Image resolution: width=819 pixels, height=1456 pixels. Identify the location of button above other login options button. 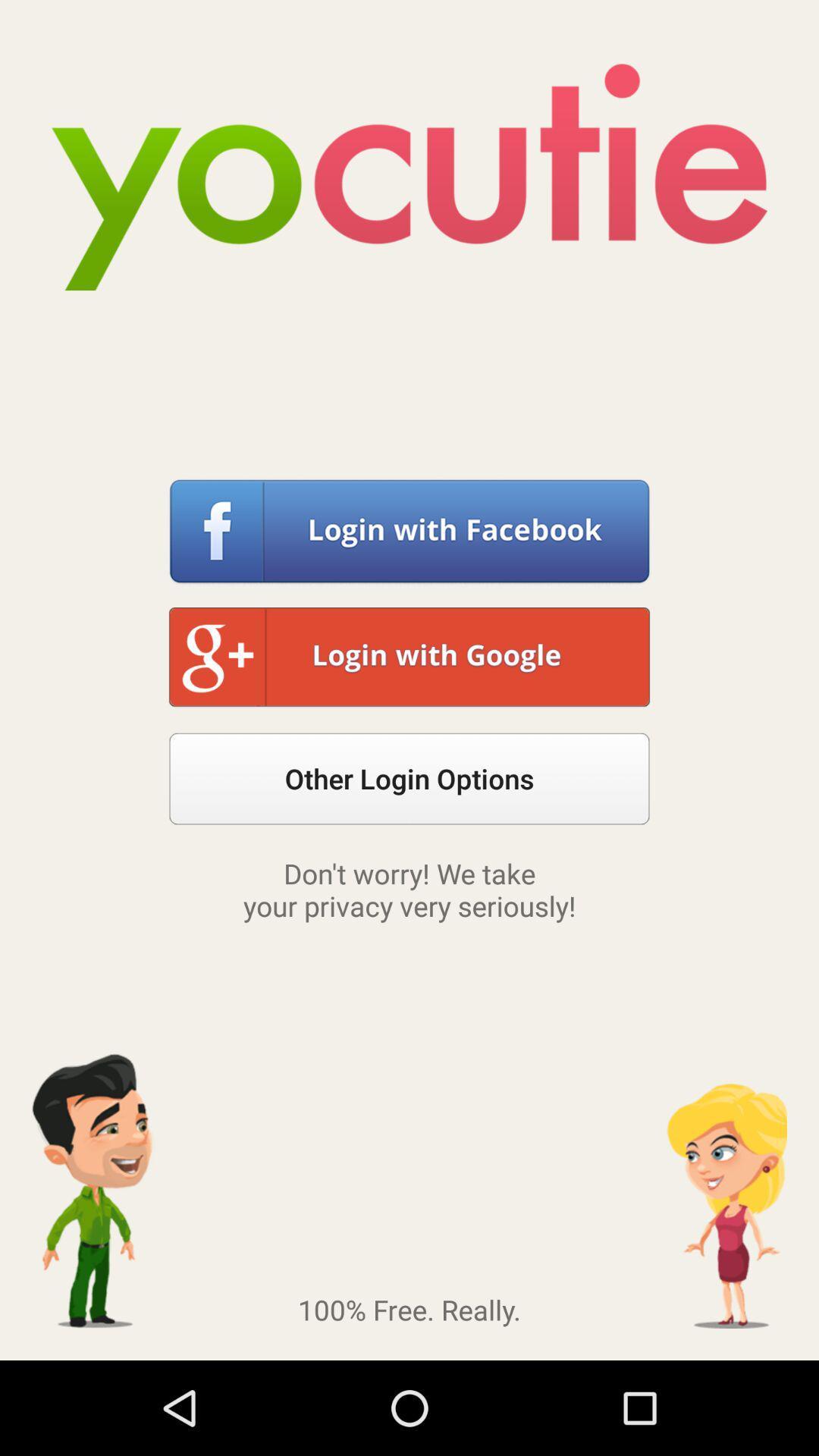
(409, 657).